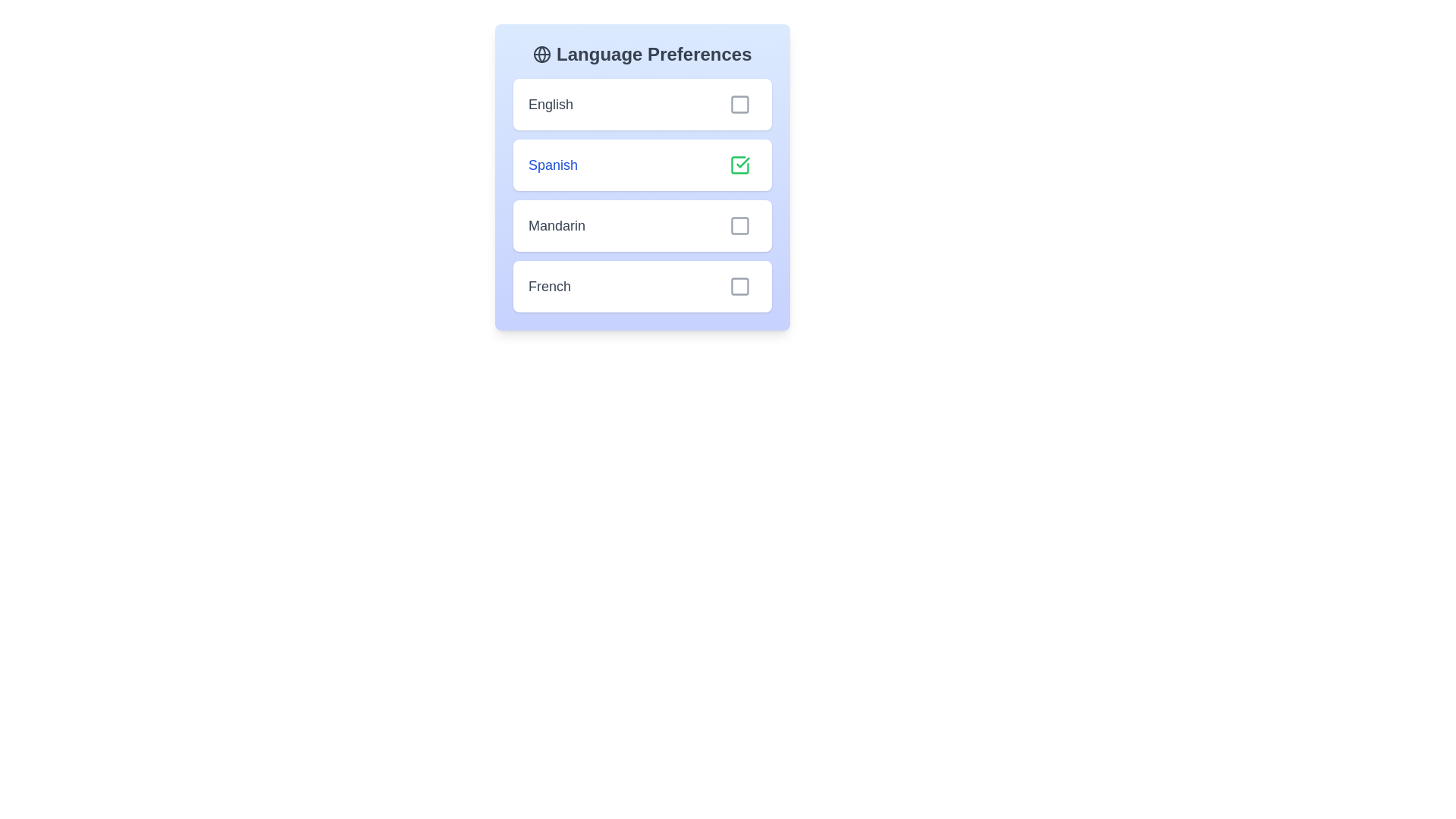 The image size is (1456, 819). I want to click on the checkbox located to the right of the 'Mandarin' text label, so click(739, 225).